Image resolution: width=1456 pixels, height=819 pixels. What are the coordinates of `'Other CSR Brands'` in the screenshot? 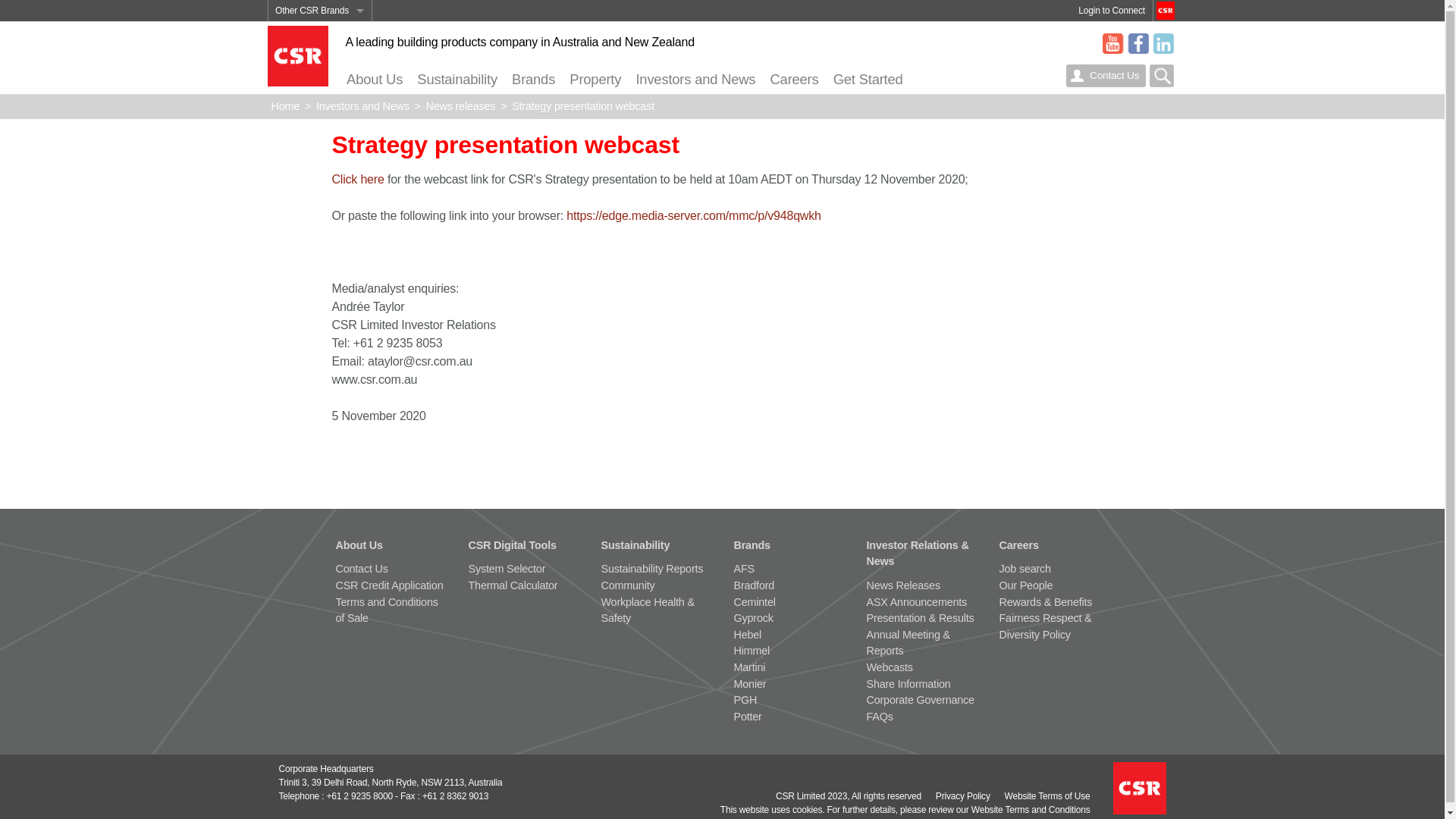 It's located at (319, 11).